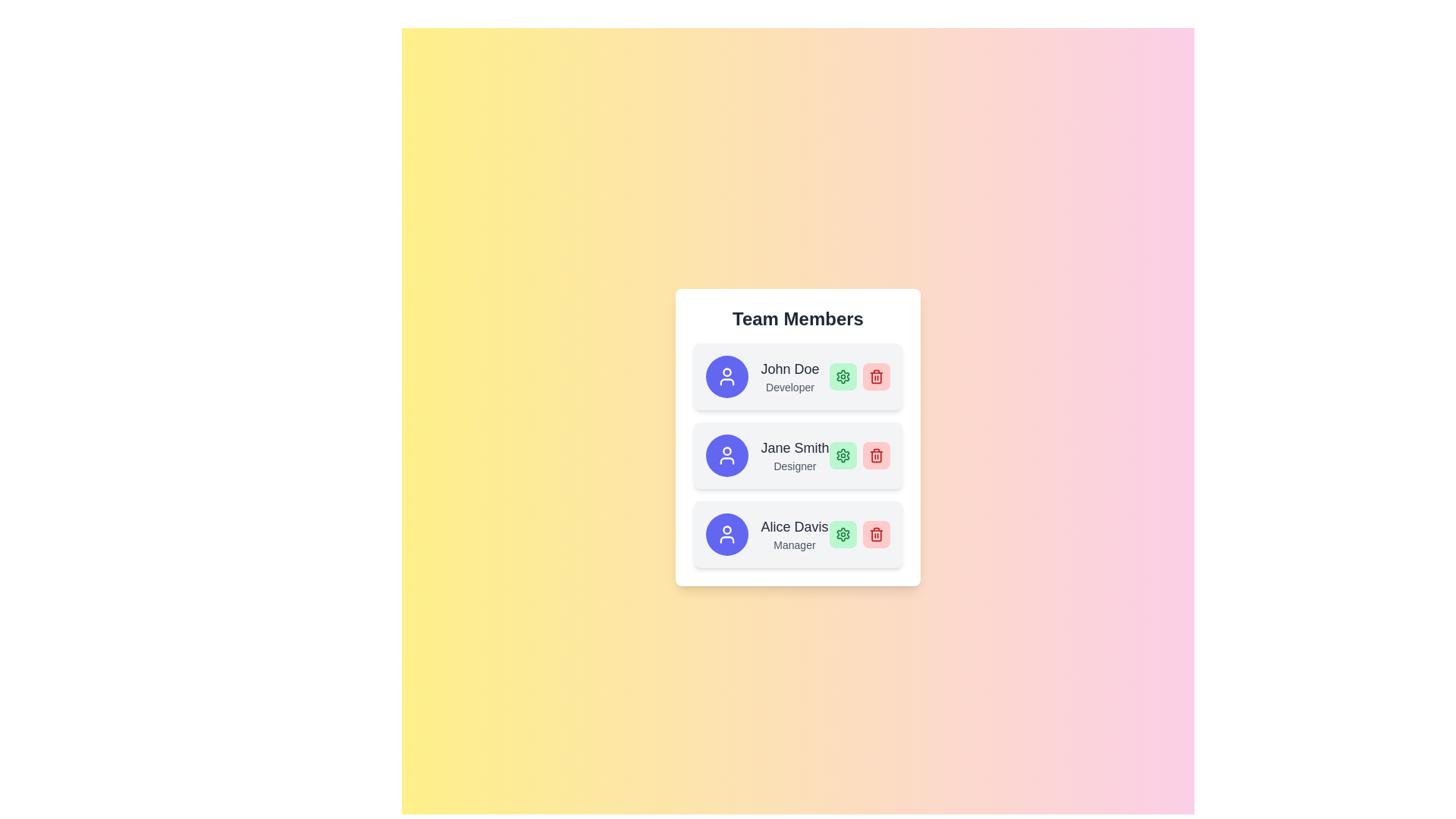 This screenshot has width=1456, height=819. What do you see at coordinates (794, 455) in the screenshot?
I see `text from the profile block displaying 'Jane Smith' and 'Designer', which is located in the second row of user profiles` at bounding box center [794, 455].